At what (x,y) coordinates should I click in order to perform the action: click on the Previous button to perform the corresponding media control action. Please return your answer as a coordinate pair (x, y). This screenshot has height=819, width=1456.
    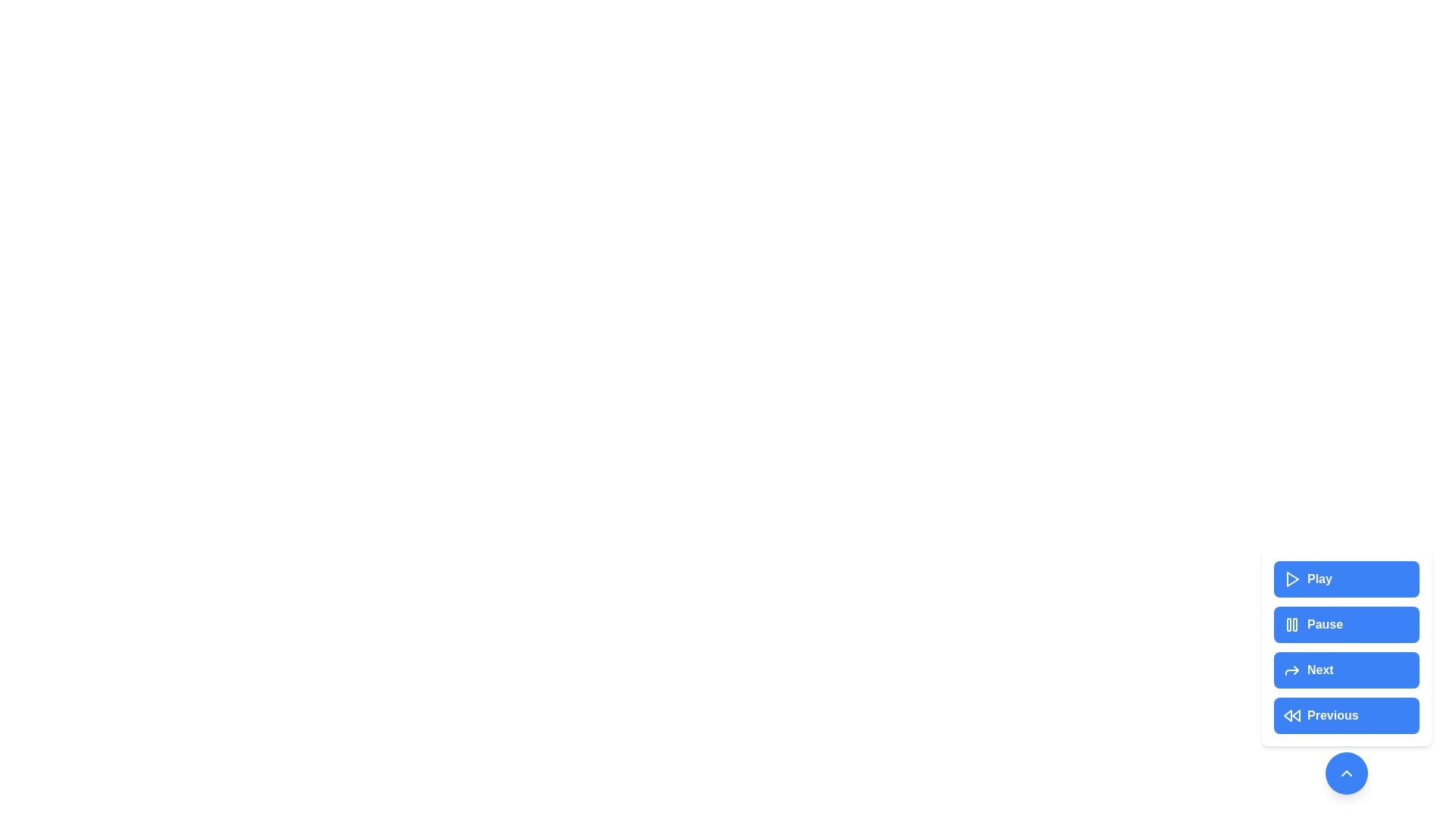
    Looking at the image, I should click on (1347, 716).